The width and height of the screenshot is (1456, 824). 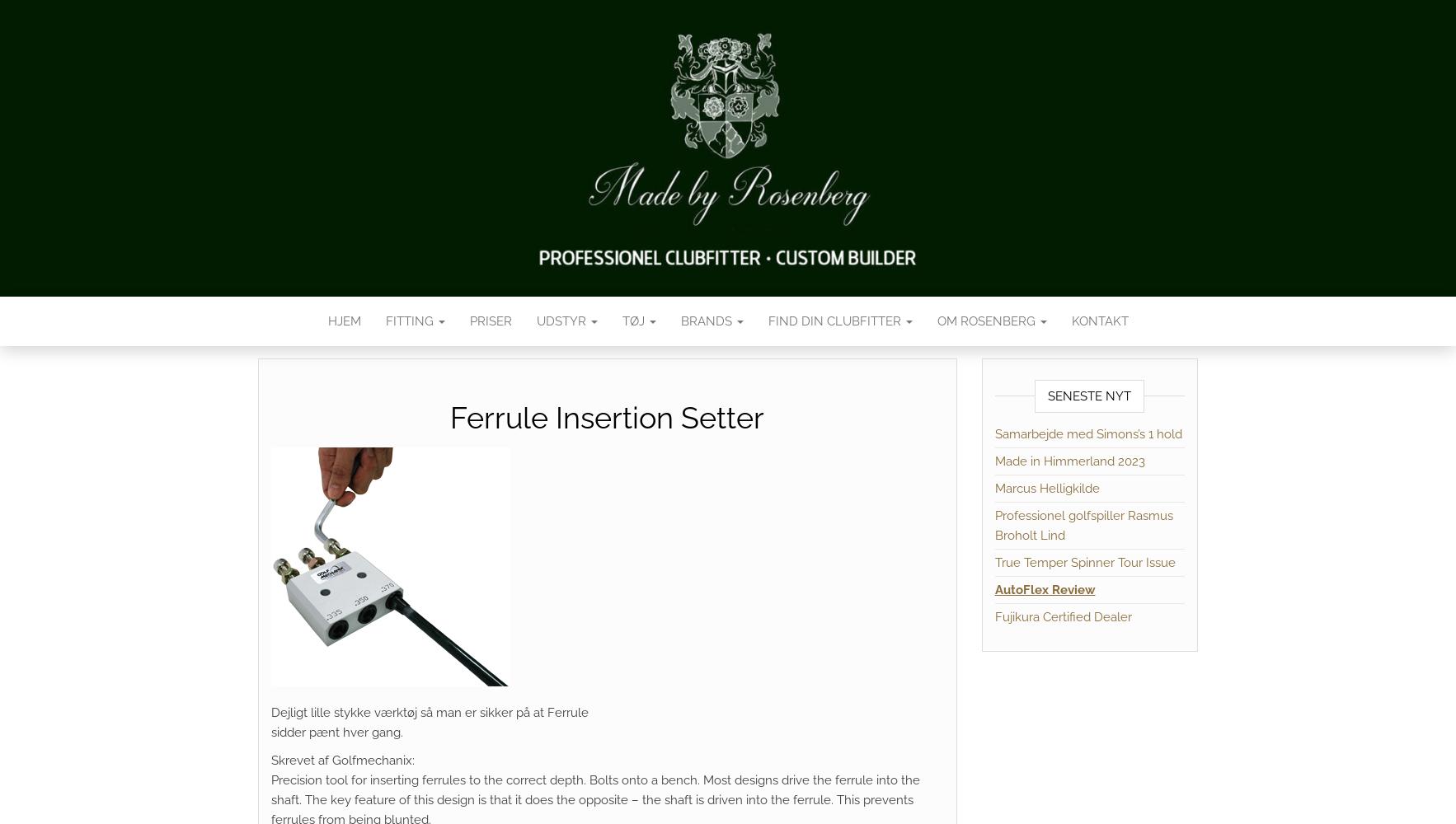 I want to click on 'Brands', so click(x=680, y=321).